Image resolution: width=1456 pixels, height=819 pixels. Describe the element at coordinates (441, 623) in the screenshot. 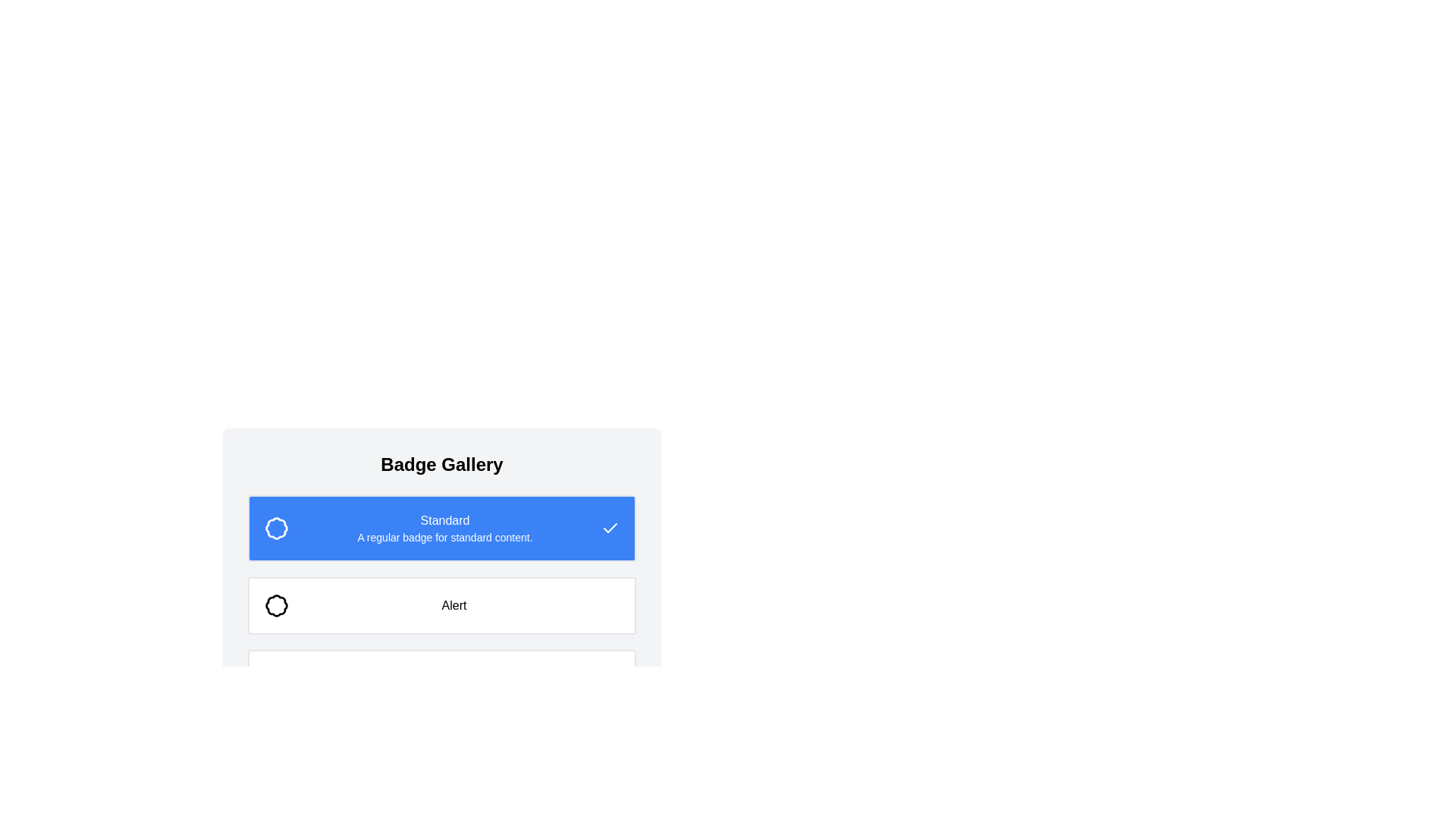

I see `the Informational Section labeled 'Alert', which is the second section below 'Badge Gallery' and above the 'Success' section` at that location.